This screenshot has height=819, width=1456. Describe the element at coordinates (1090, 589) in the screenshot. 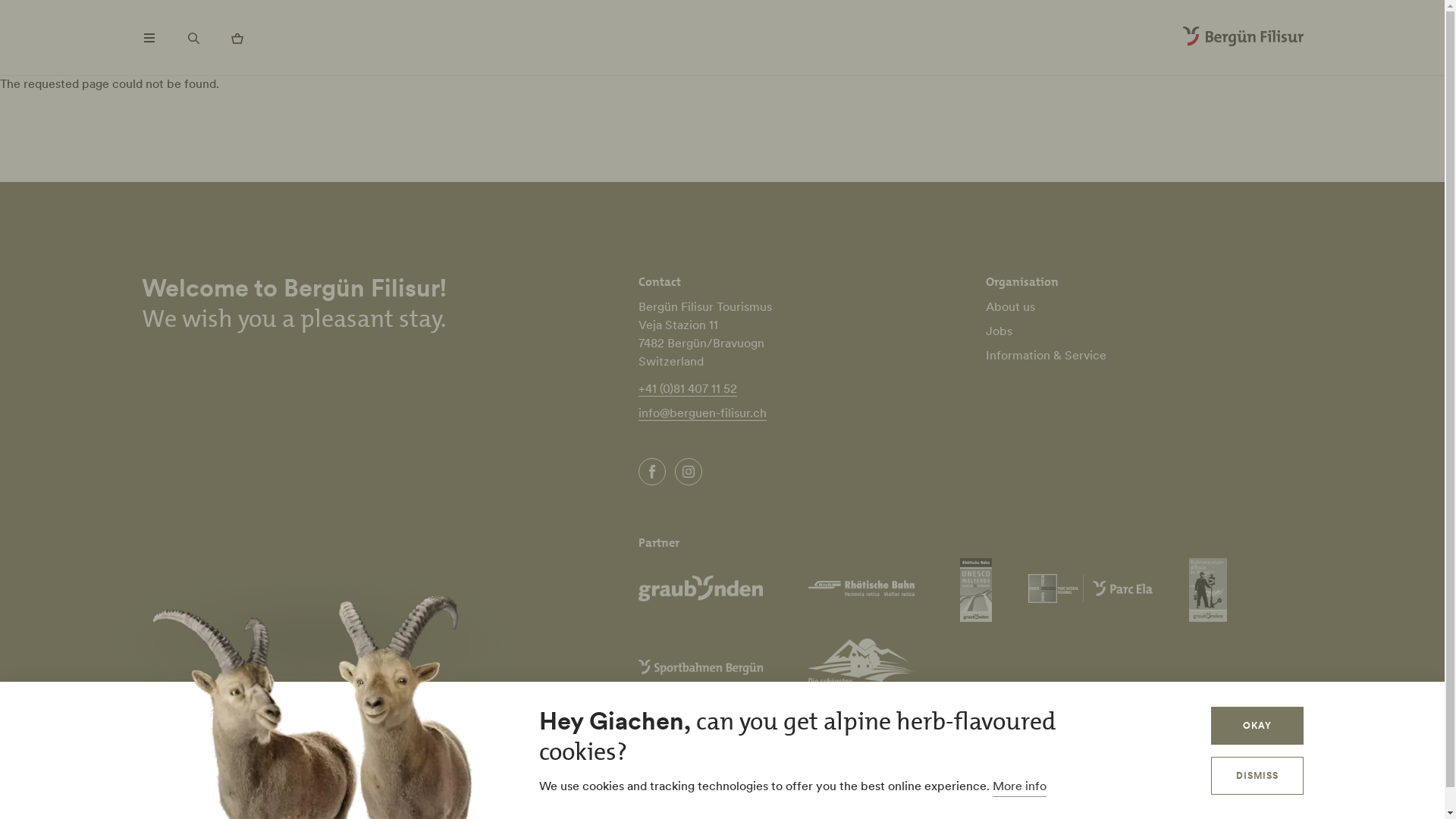

I see `'Parc Ela'` at that location.